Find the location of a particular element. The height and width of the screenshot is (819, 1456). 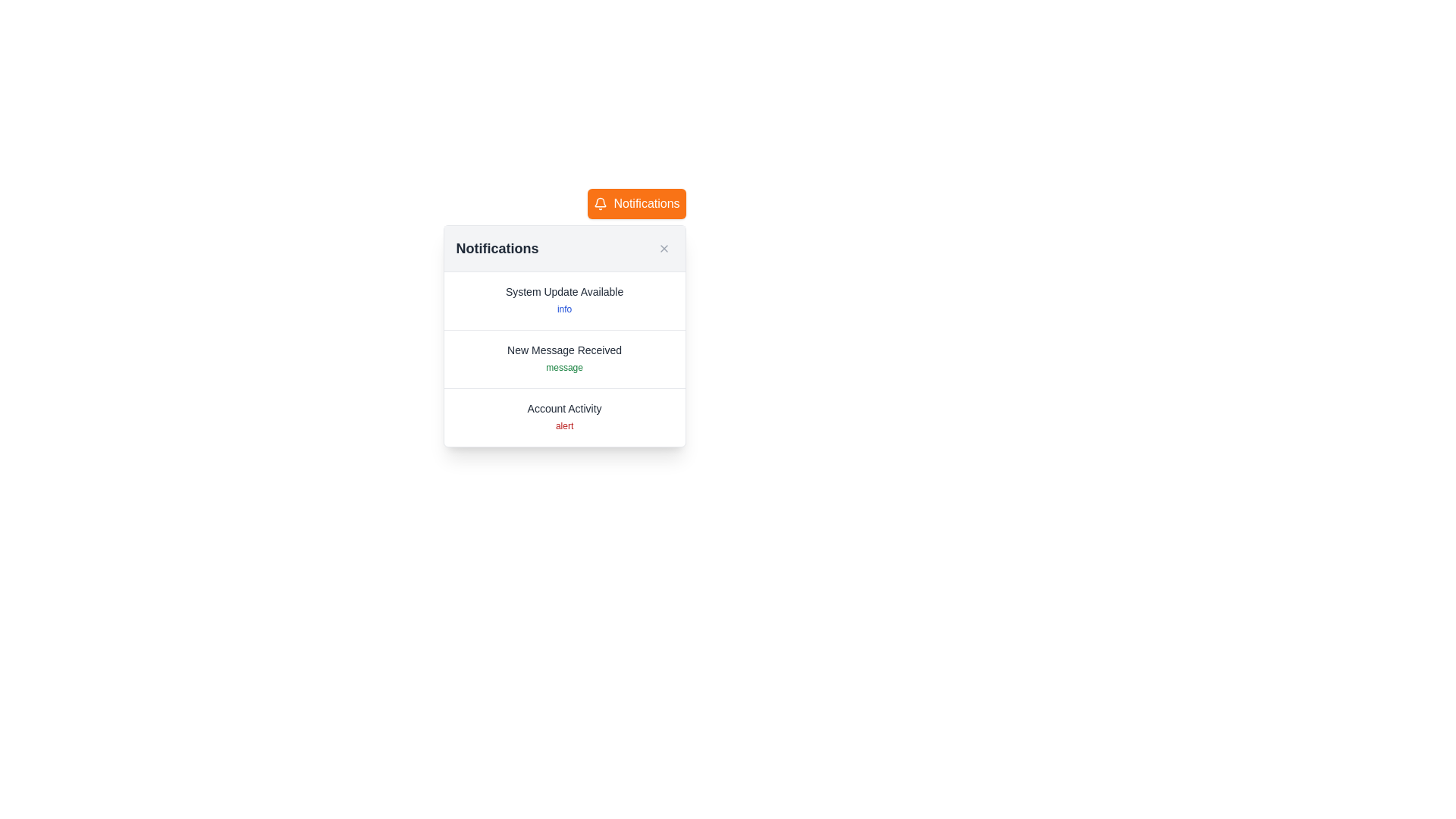

the warning or alert text label located beneath the 'Account Activity' section, which serves as a notification for the user is located at coordinates (563, 426).